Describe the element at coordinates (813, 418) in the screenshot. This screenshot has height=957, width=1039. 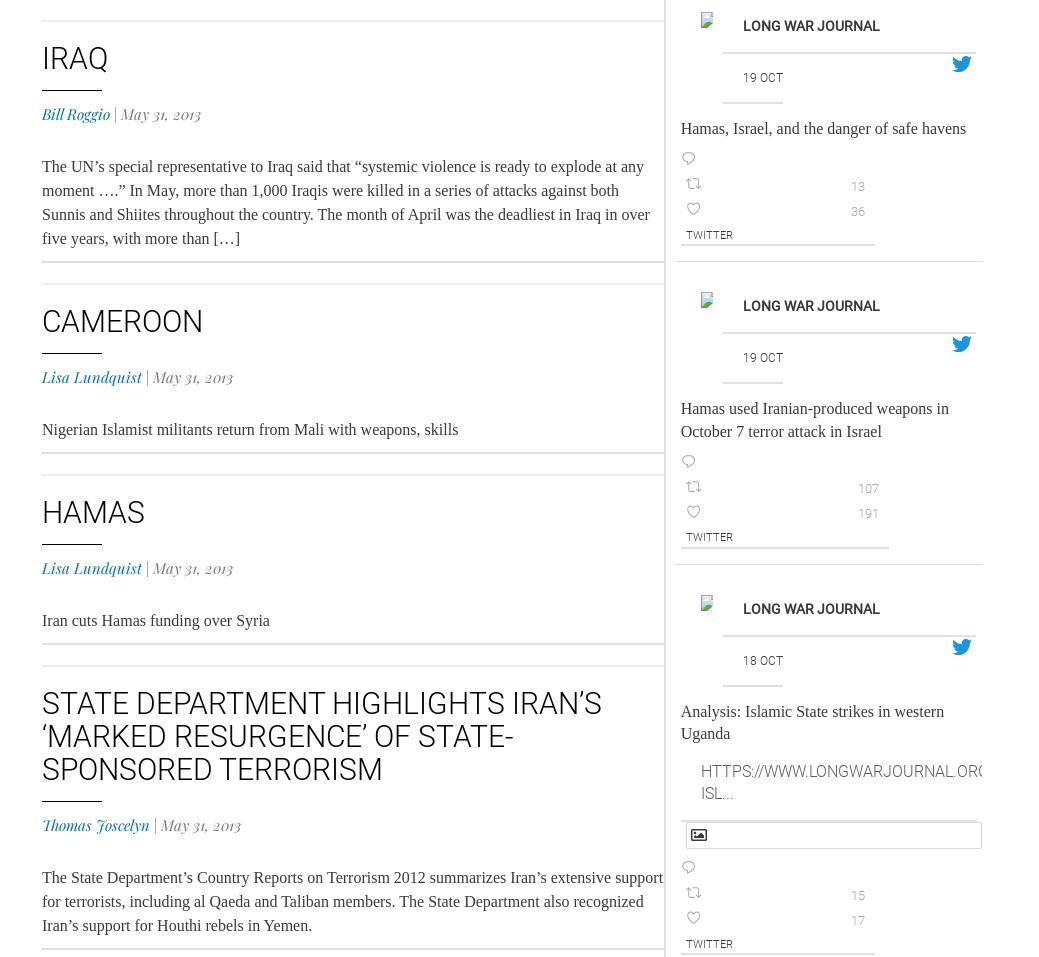
I see `'Hamas used Iranian-produced weapons in October 7 terror attack in Israel'` at that location.